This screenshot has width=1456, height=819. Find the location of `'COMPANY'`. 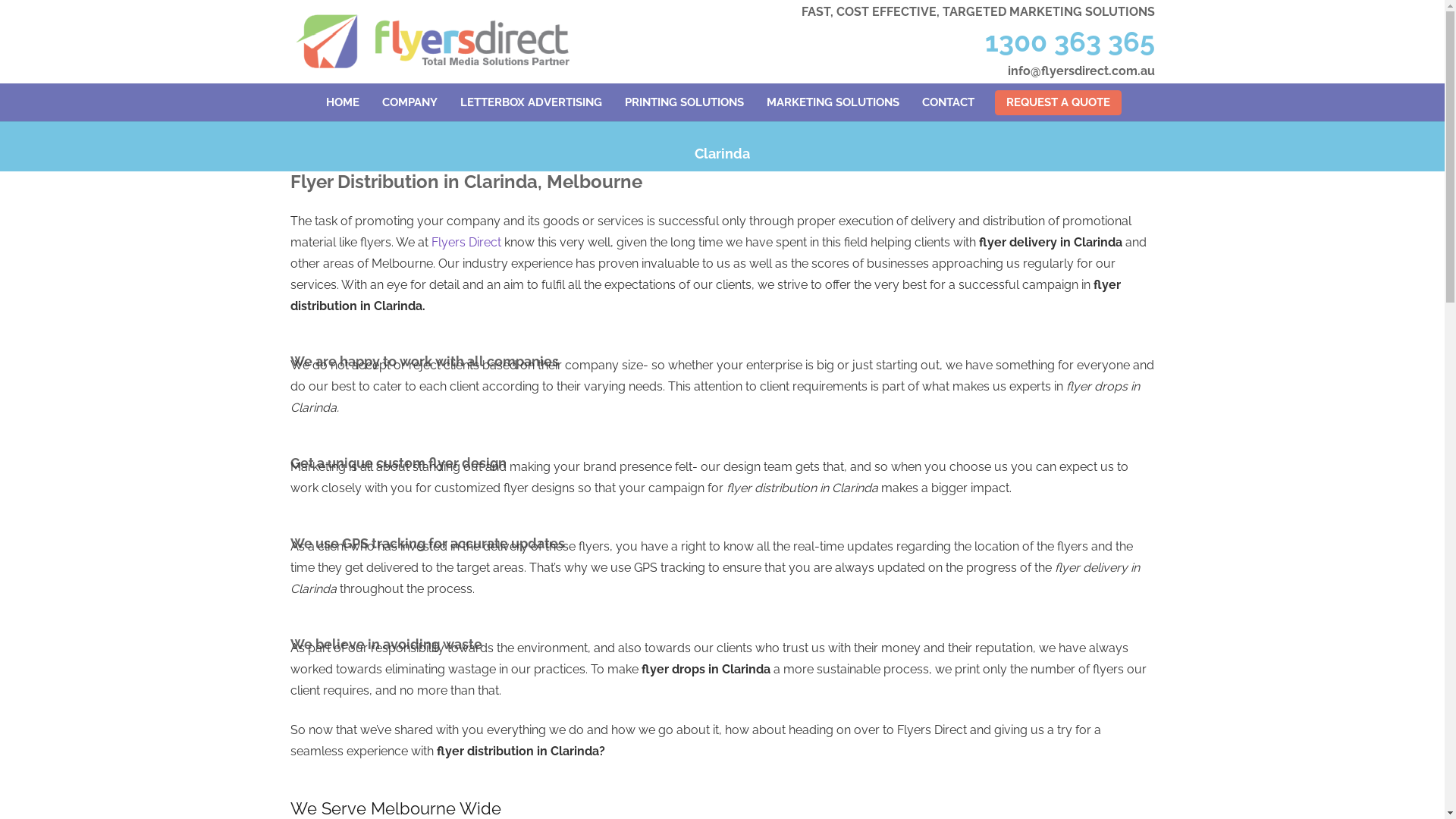

'COMPANY' is located at coordinates (409, 102).